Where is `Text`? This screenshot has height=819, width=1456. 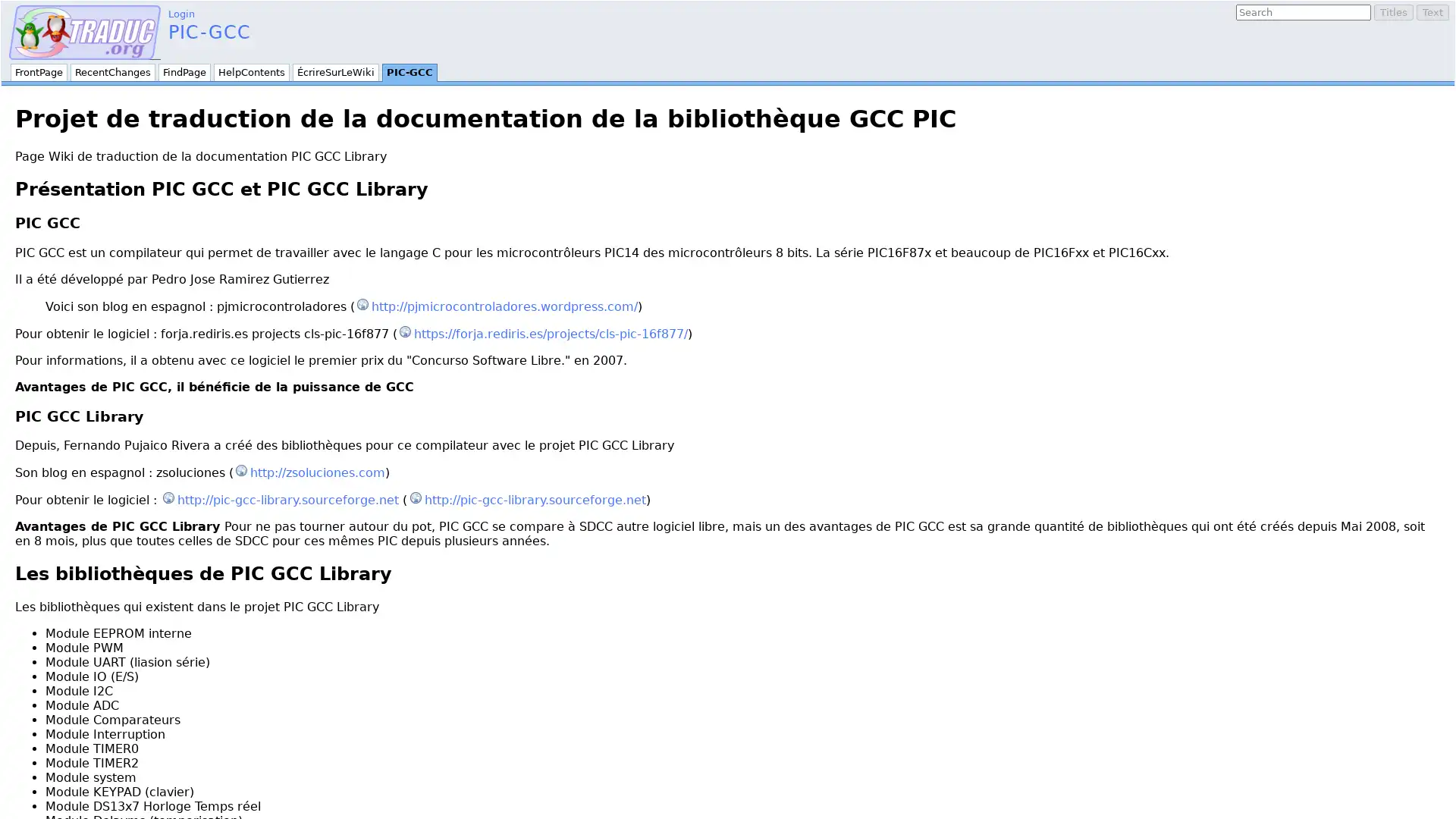
Text is located at coordinates (1432, 12).